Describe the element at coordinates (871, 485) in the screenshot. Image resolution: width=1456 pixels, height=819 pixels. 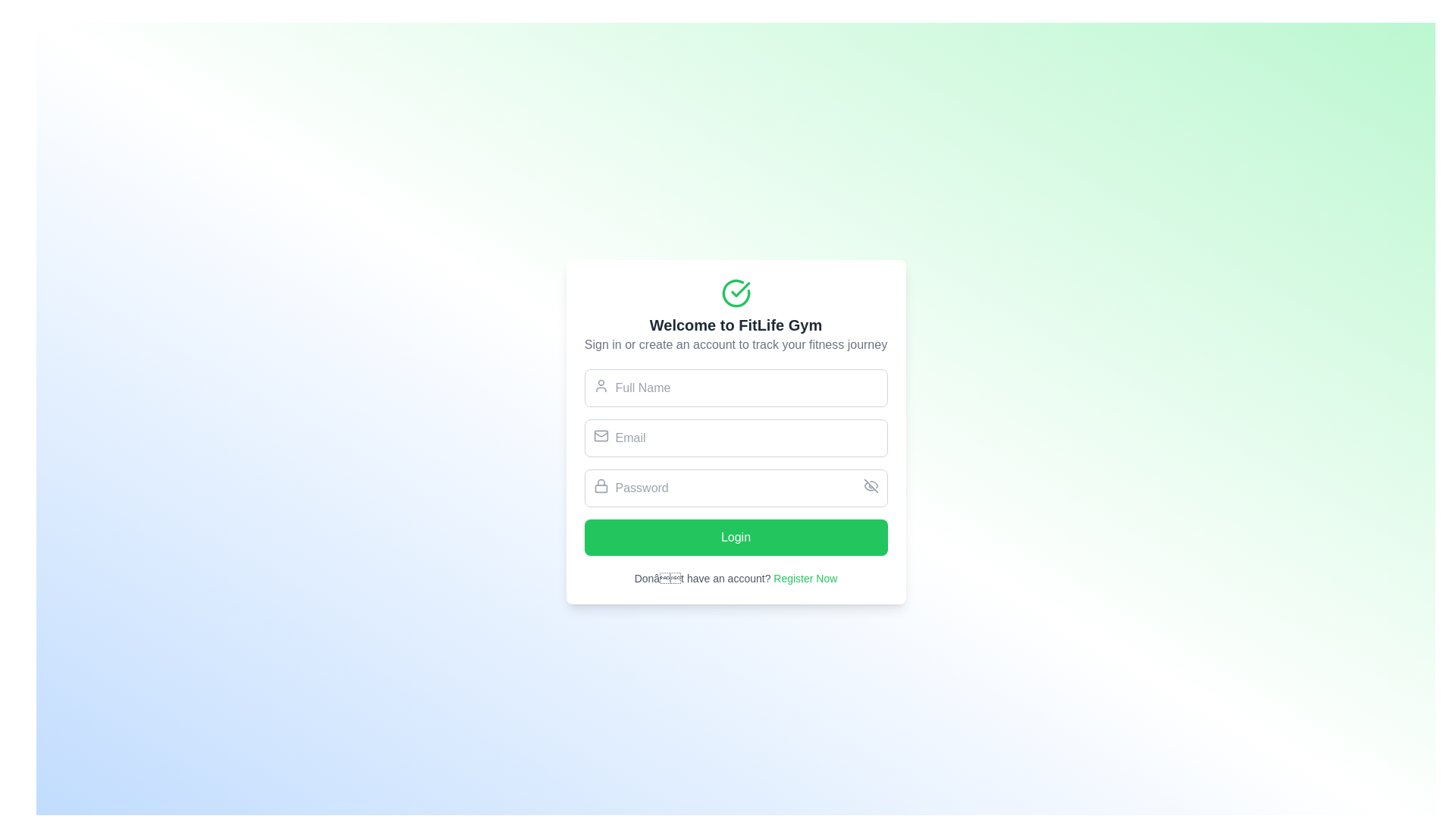
I see `the 'eye-off' button located in the top-right corner of the password input field` at that location.